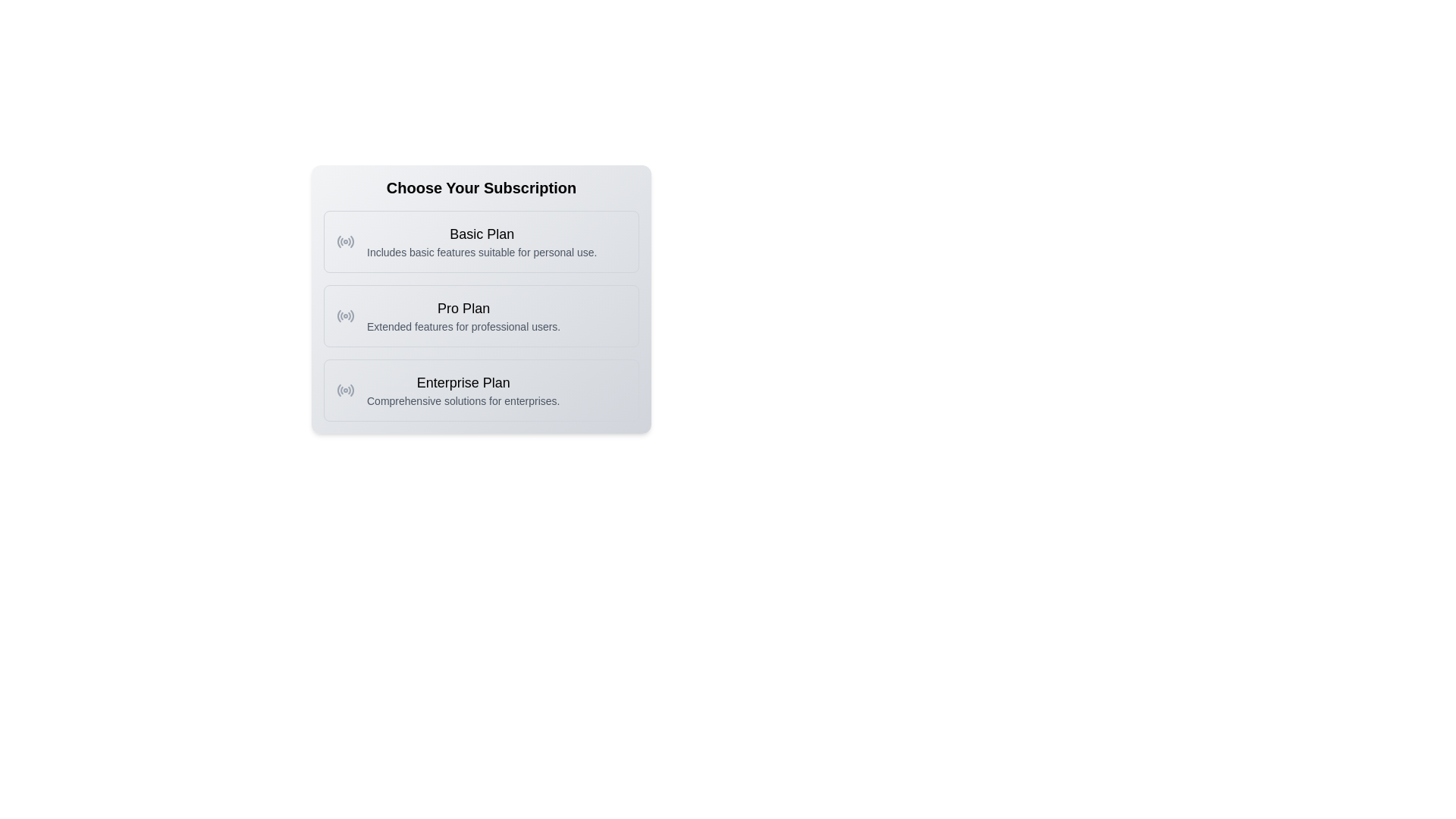 Image resolution: width=1456 pixels, height=819 pixels. I want to click on the decorative icon representing the 'Pro Plan' option, located to the left of the 'Pro Plan' text in the subscription selection list, so click(345, 315).